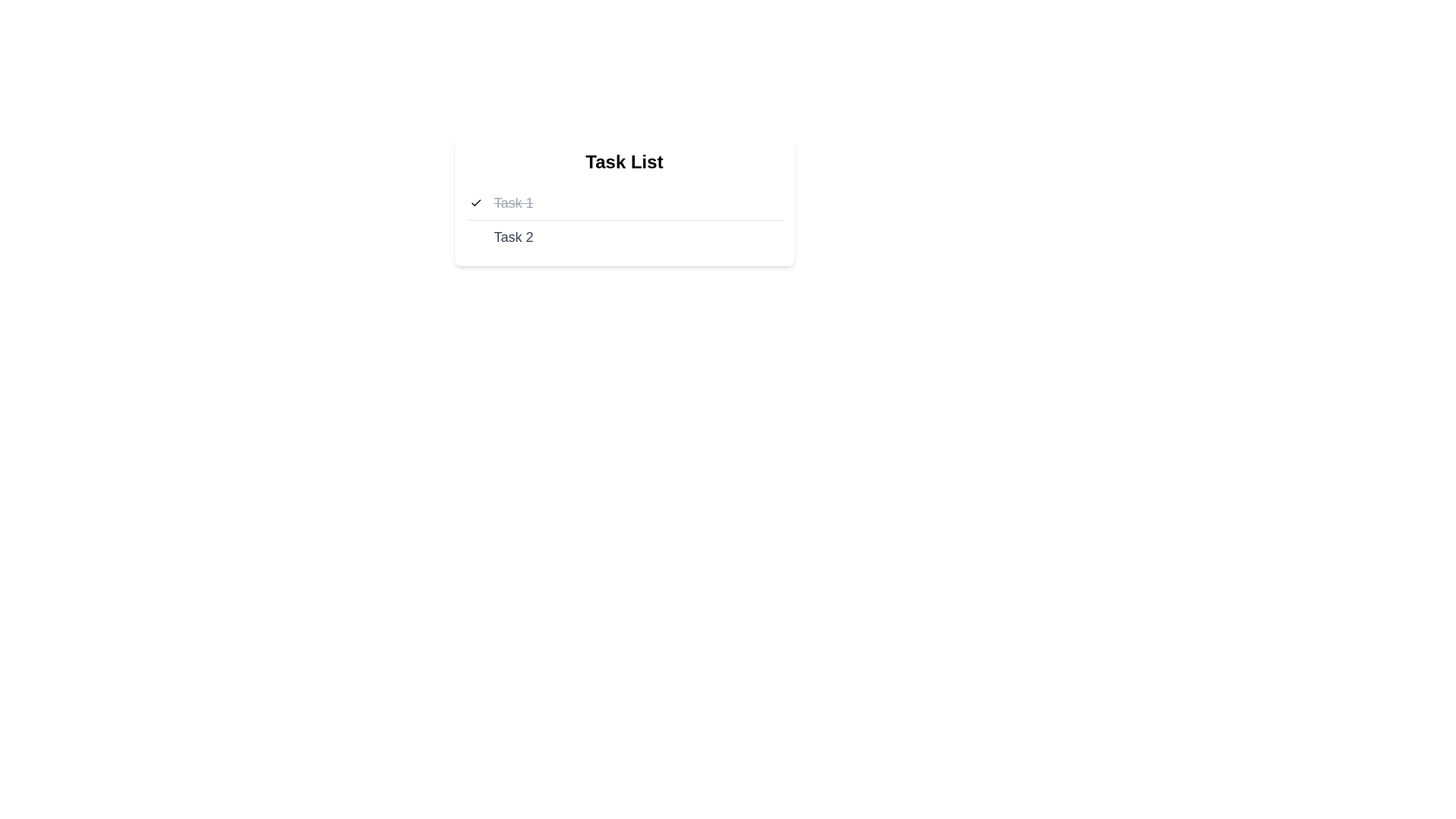 The image size is (1456, 819). Describe the element at coordinates (513, 237) in the screenshot. I see `the text label displaying 'Task 2', which is styled with a gray font in a modern sans-serif typeface, located under the 'Task List' group` at that location.